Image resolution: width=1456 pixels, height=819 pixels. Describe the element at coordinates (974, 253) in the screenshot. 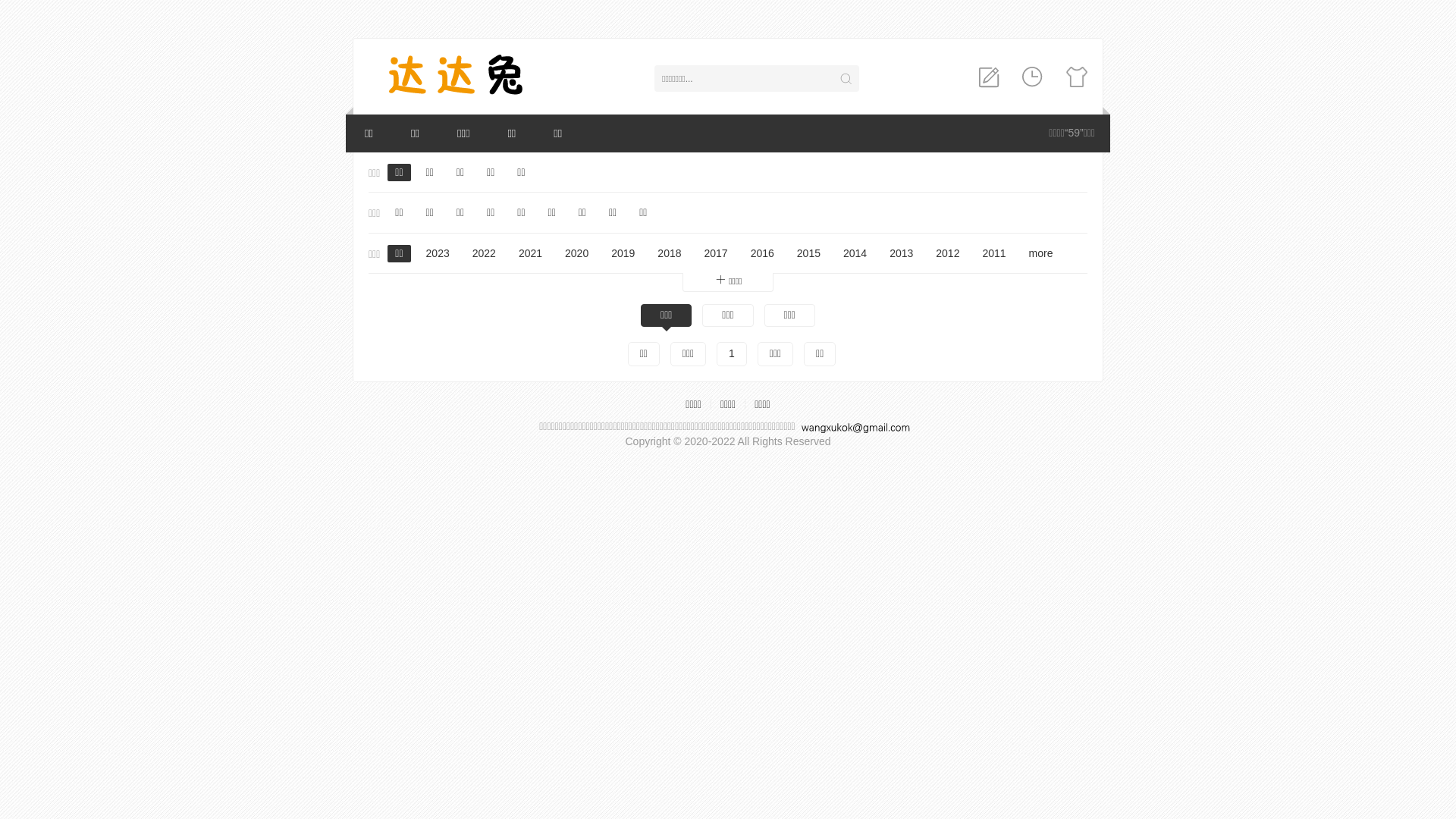

I see `'2011'` at that location.